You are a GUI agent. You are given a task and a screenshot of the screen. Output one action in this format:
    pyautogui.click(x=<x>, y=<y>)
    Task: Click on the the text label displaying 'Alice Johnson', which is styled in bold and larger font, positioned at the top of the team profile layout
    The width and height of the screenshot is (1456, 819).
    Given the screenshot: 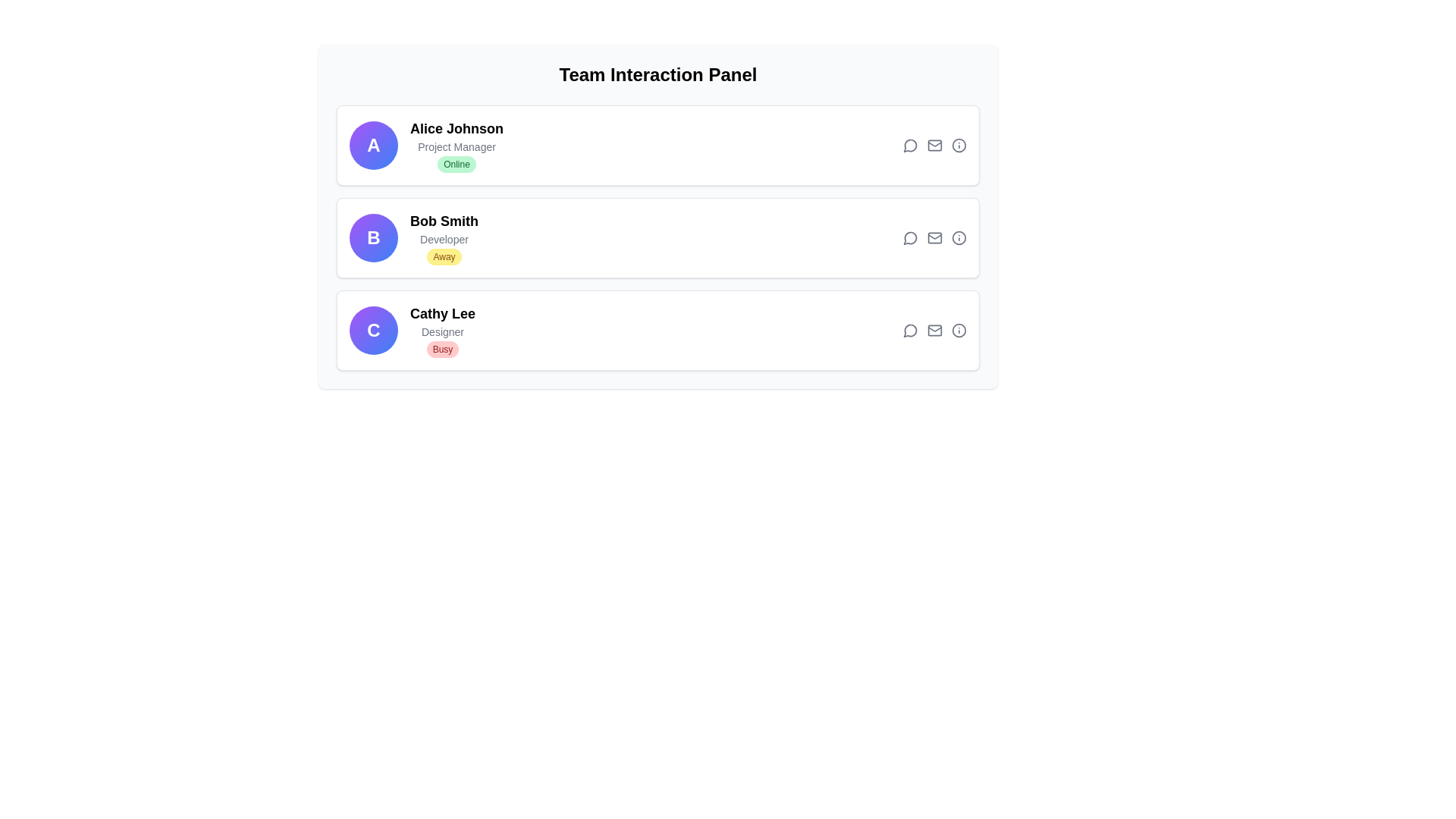 What is the action you would take?
    pyautogui.click(x=456, y=127)
    